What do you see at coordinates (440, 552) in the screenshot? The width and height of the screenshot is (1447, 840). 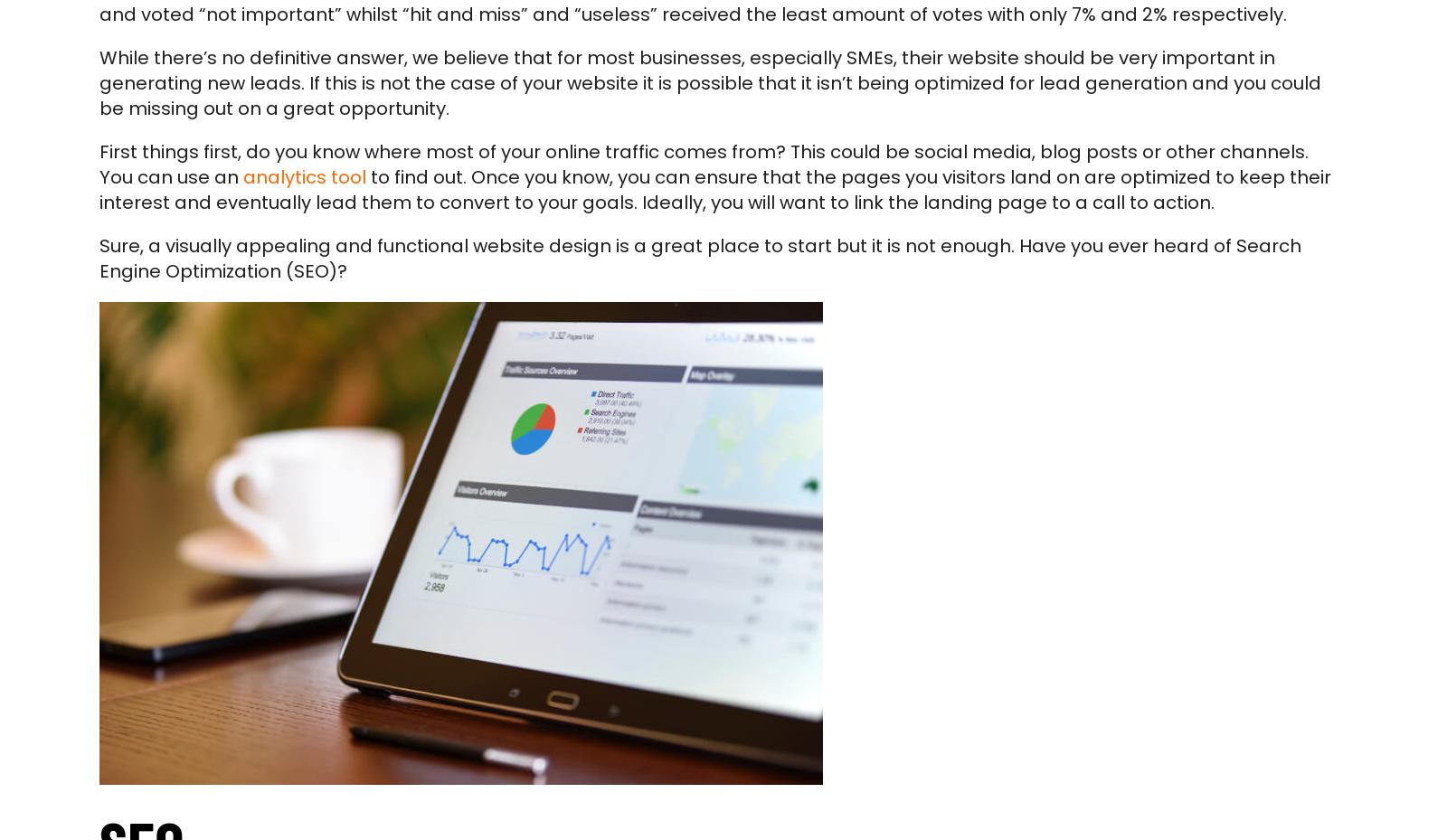 I see `'01788 288 800'` at bounding box center [440, 552].